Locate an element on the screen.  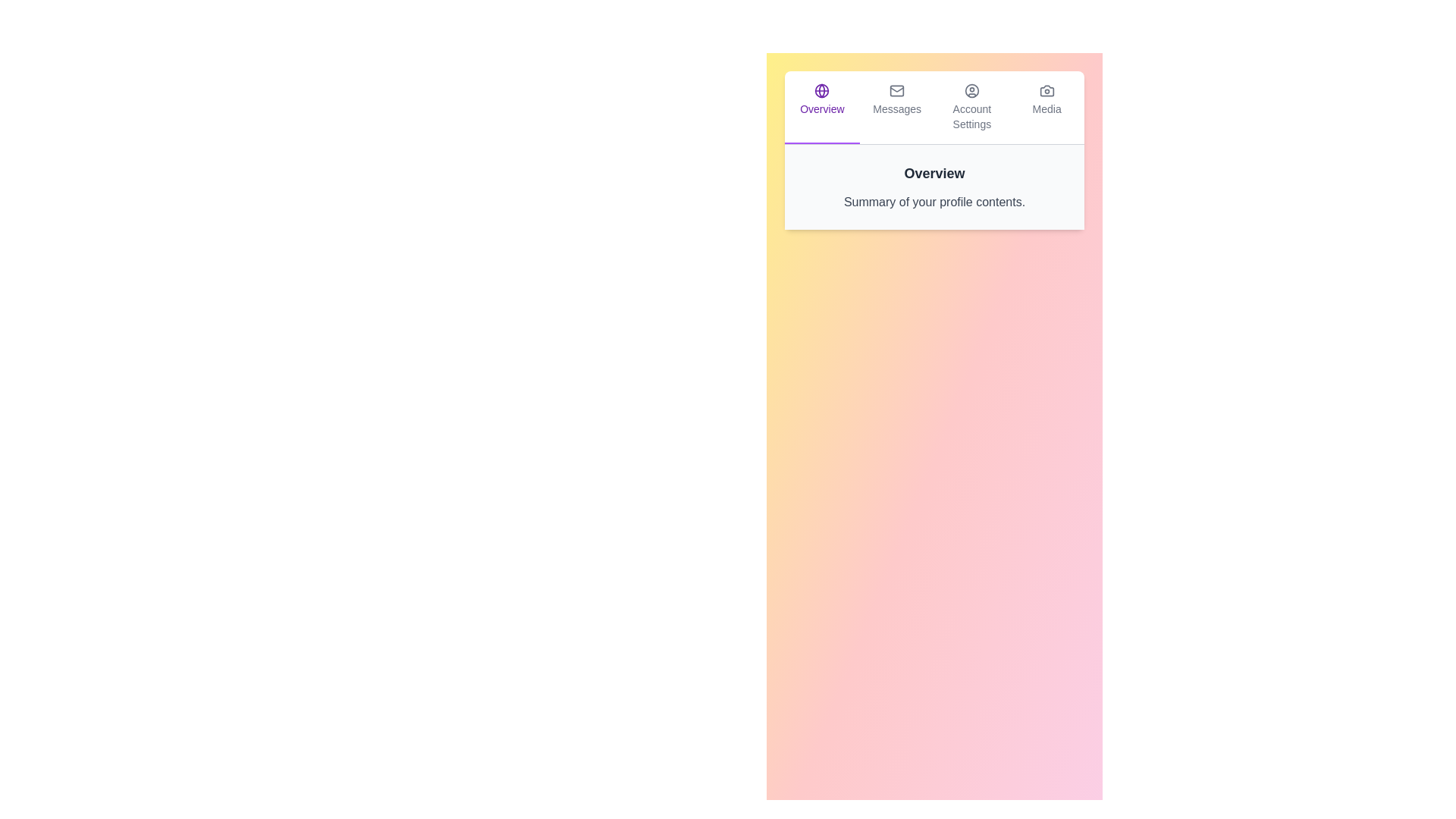
the tab labeled Messages is located at coordinates (897, 107).